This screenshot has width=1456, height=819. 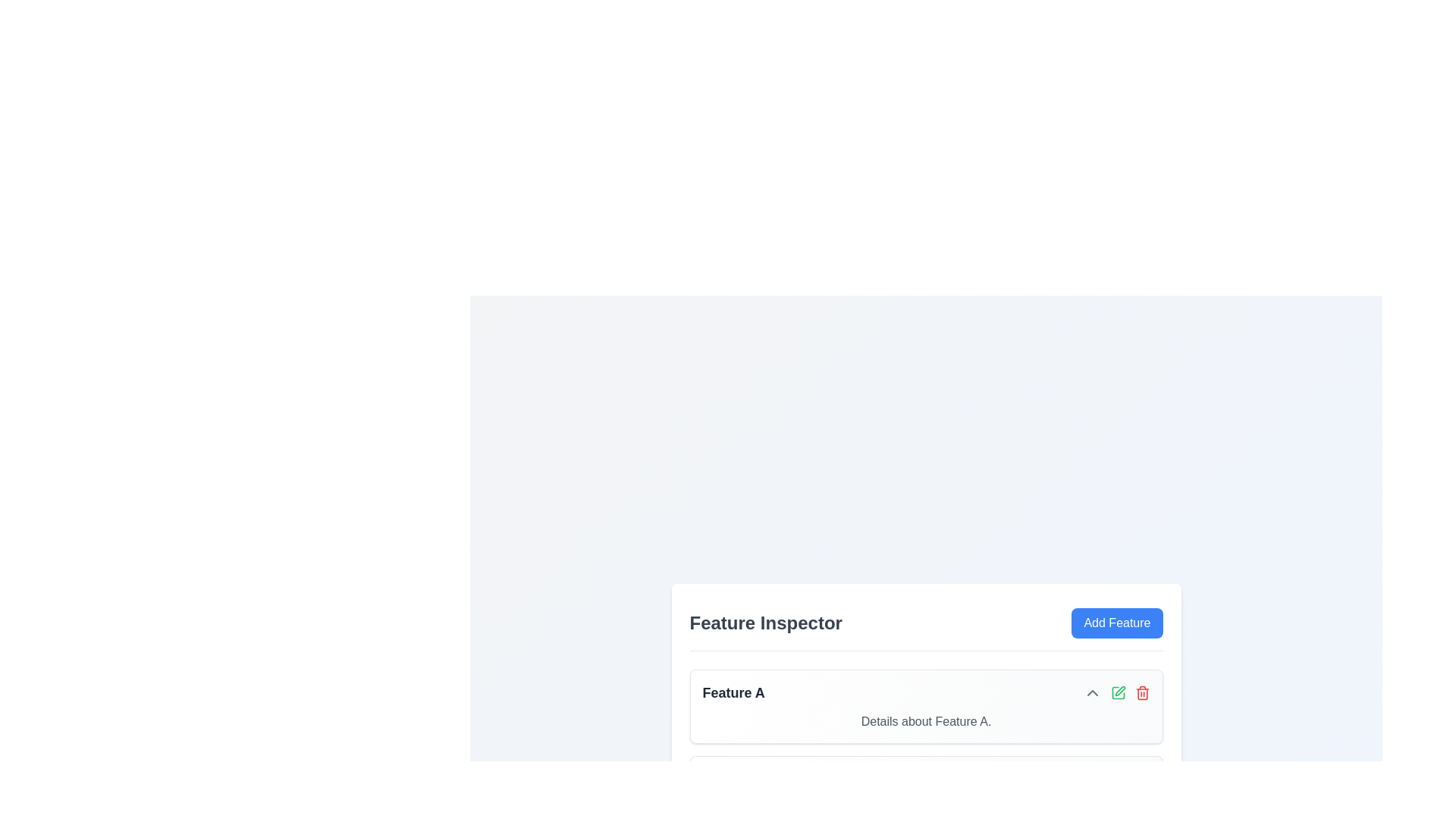 What do you see at coordinates (1116, 692) in the screenshot?
I see `the button in the action bar that edits or modifies the details of 'Feature A', located between the up-arrow icon and the trash icon` at bounding box center [1116, 692].